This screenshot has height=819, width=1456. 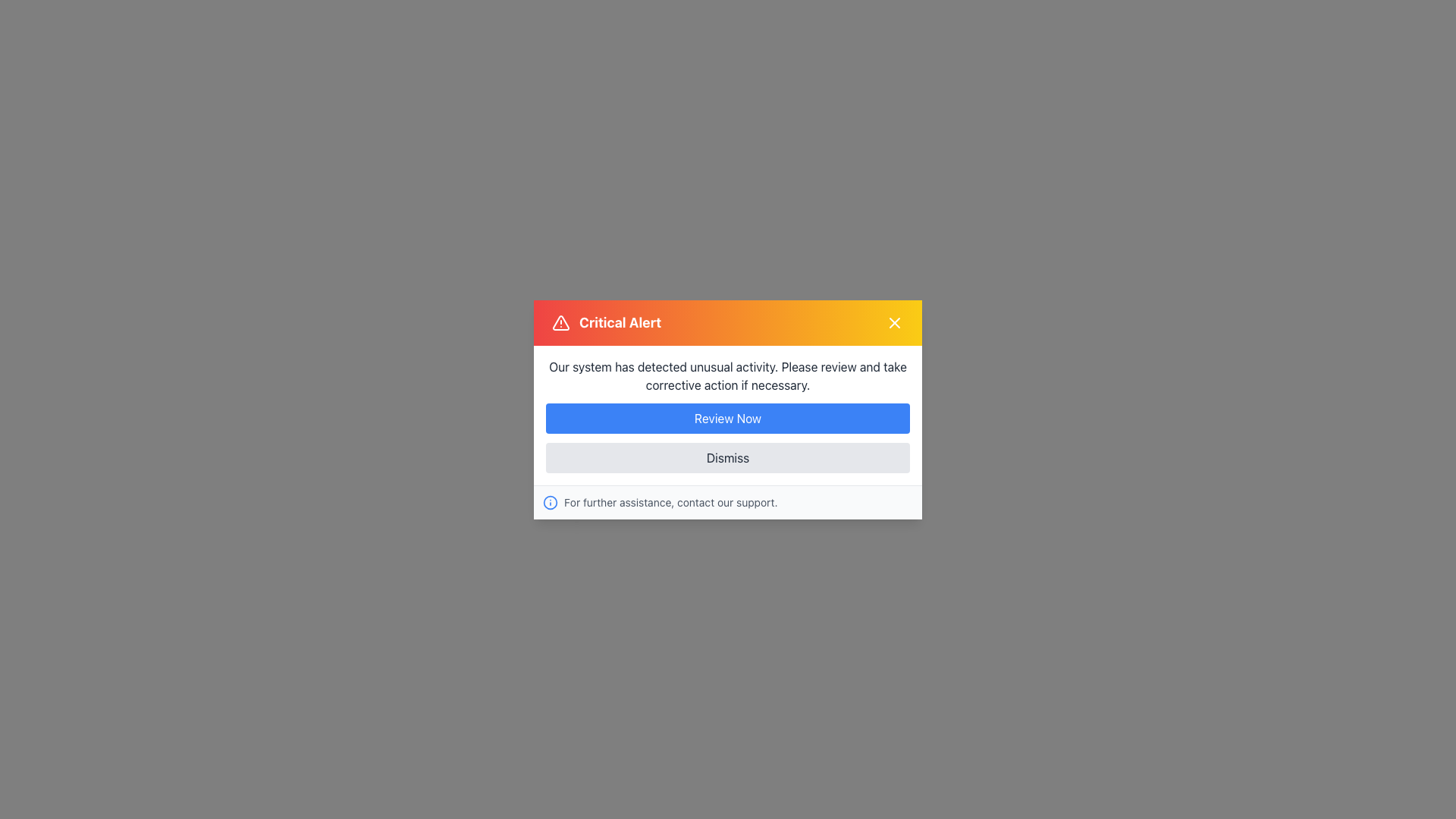 I want to click on the review action button located in the modal window, which is positioned above the 'Dismiss' button and centered horizontally, so click(x=728, y=418).